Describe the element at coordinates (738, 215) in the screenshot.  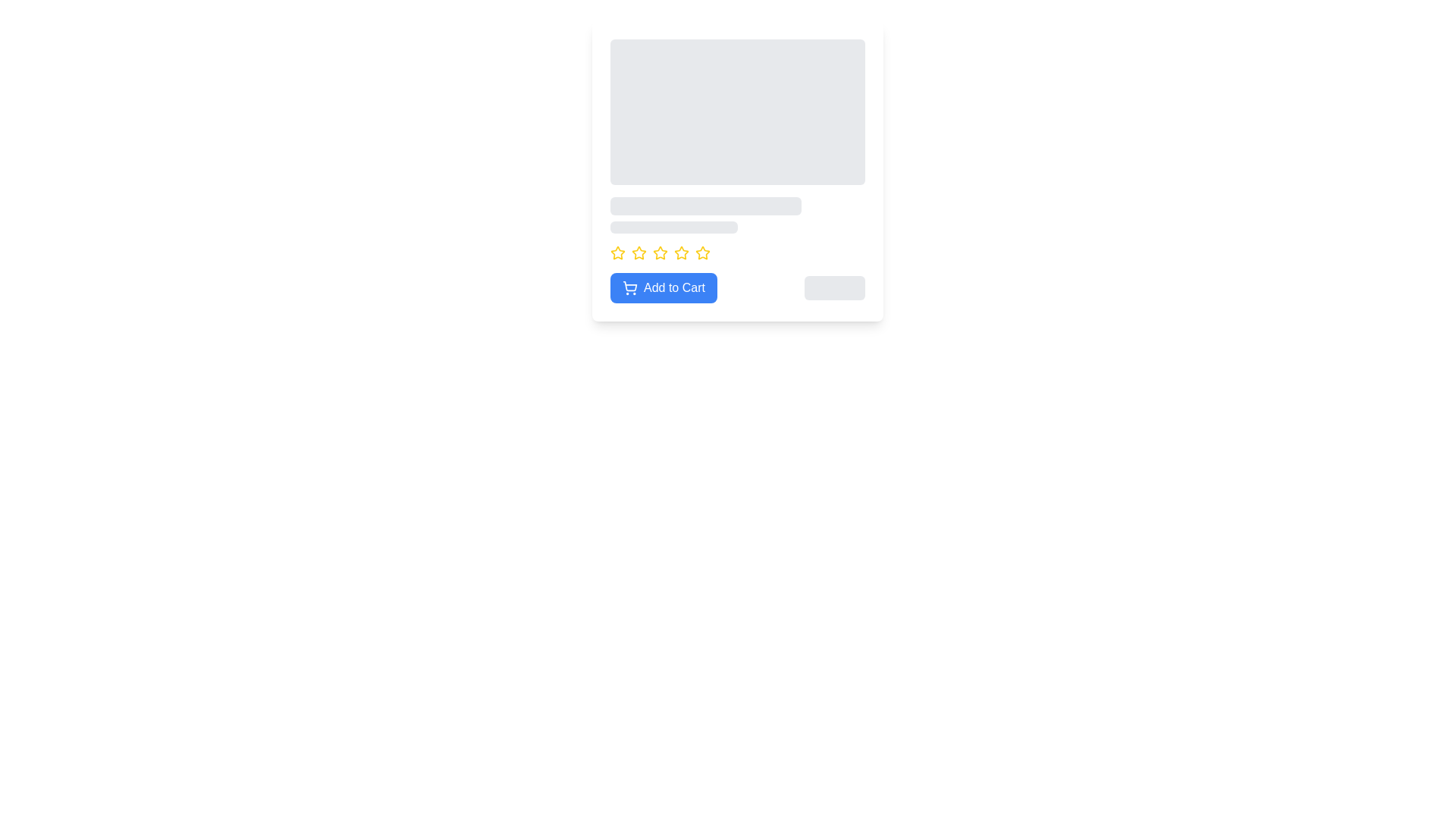
I see `the loading animation of the Content Placeholder, which consists of two horizontally aligned, rounded rectangles of light gray color, located directly below a large rectangular placeholder` at that location.